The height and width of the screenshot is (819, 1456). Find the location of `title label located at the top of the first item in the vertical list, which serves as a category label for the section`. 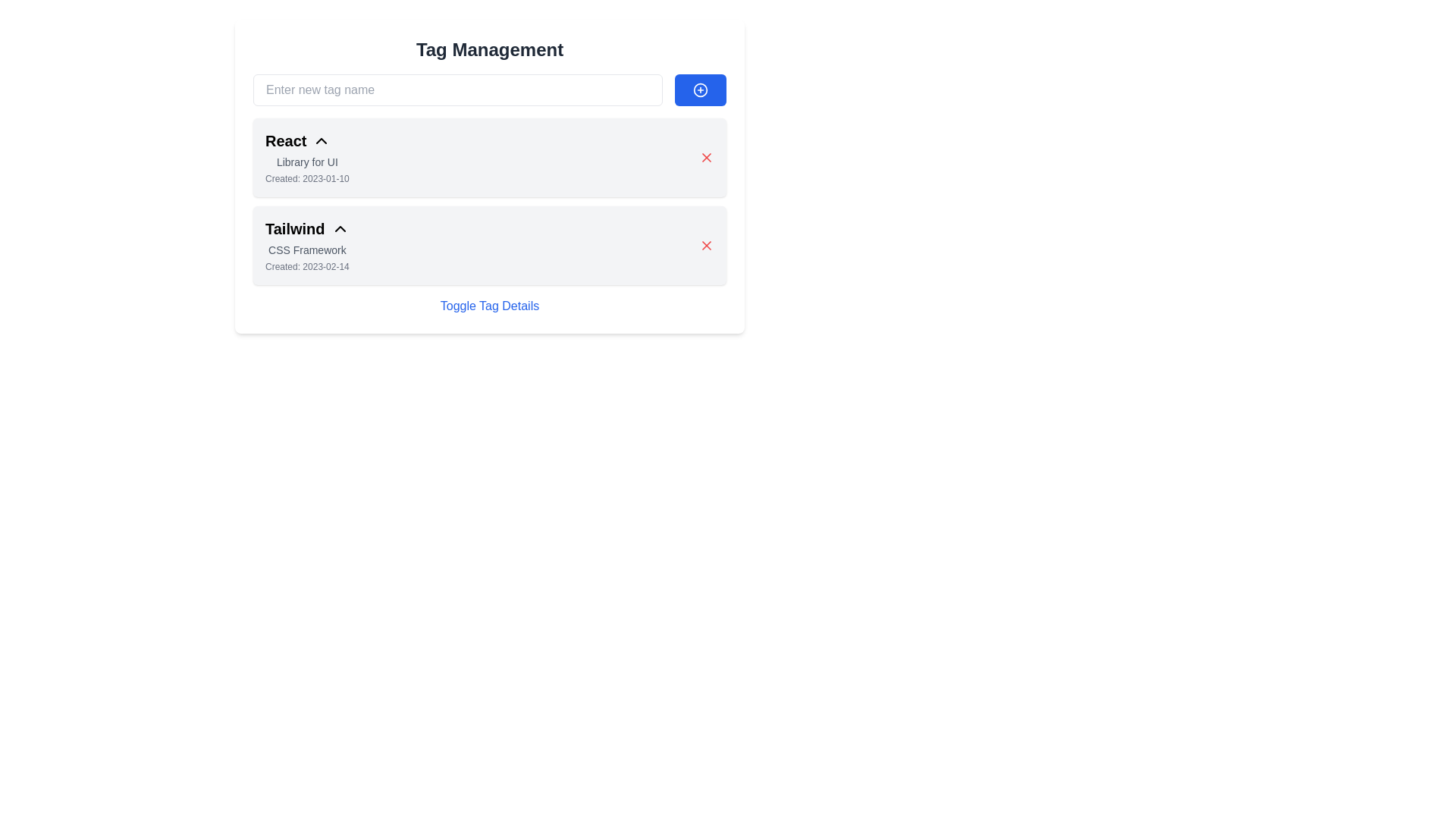

title label located at the top of the first item in the vertical list, which serves as a category label for the section is located at coordinates (306, 140).